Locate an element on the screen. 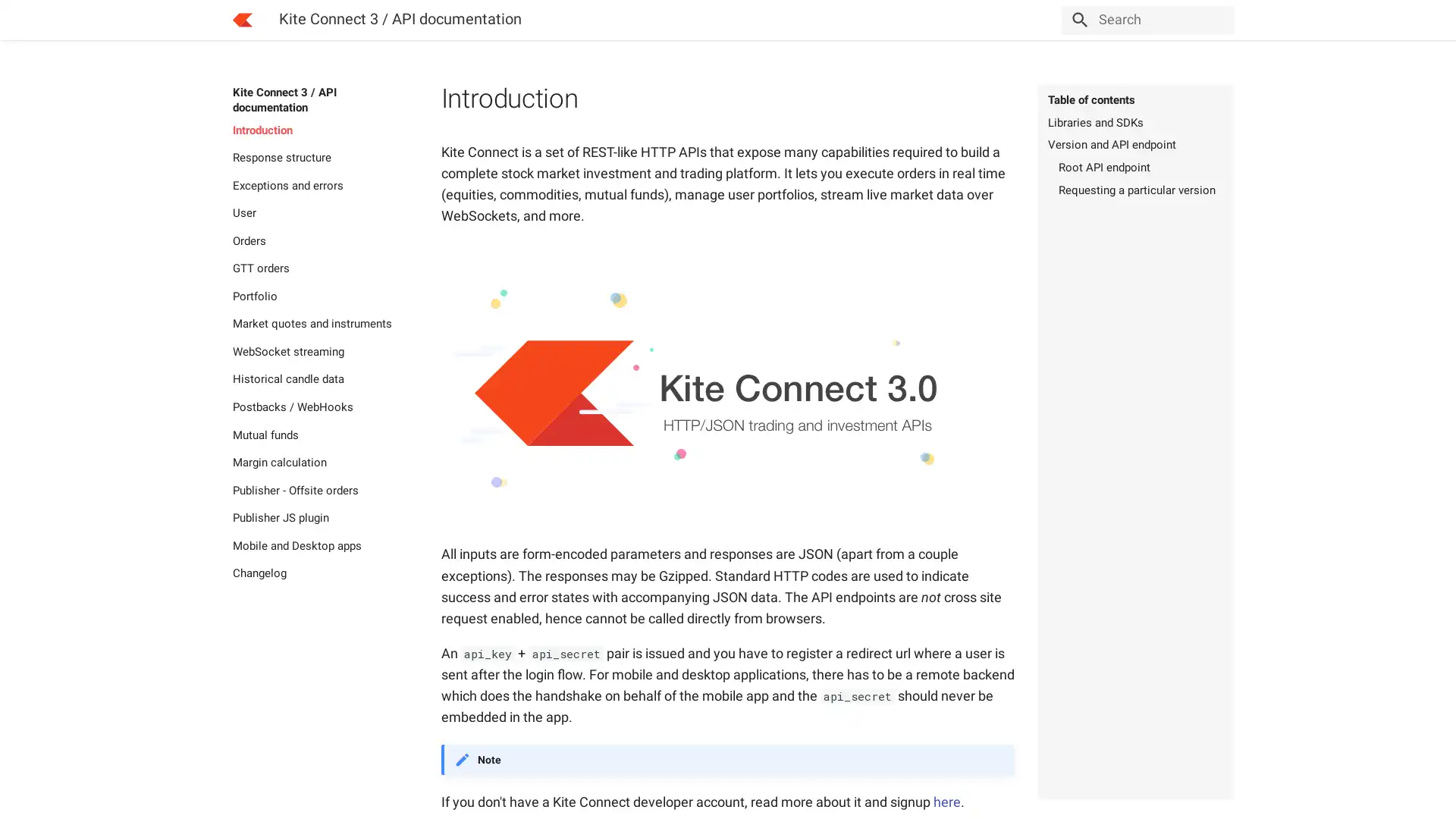 This screenshot has height=819, width=1456. Clear is located at coordinates (1215, 20).